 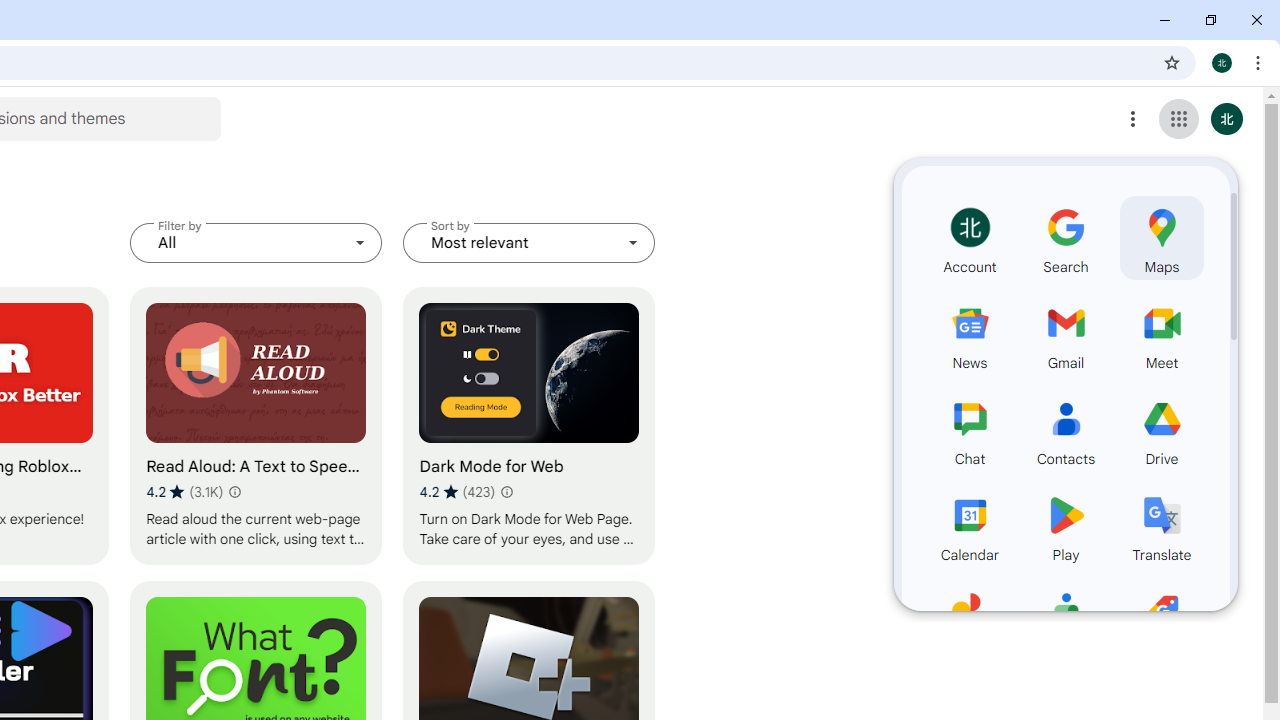 What do you see at coordinates (456, 491) in the screenshot?
I see `'Average rating 4.2 out of 5 stars. 423 ratings.'` at bounding box center [456, 491].